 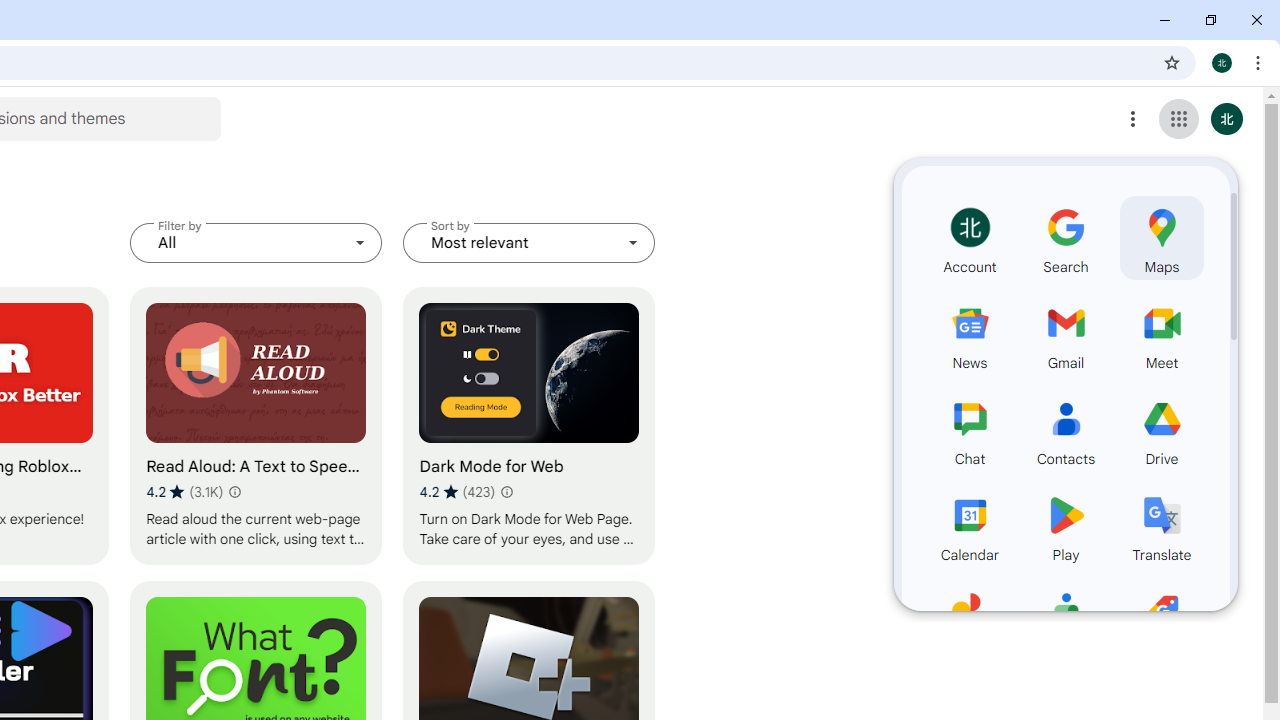 What do you see at coordinates (456, 491) in the screenshot?
I see `'Average rating 4.2 out of 5 stars. 423 ratings.'` at bounding box center [456, 491].